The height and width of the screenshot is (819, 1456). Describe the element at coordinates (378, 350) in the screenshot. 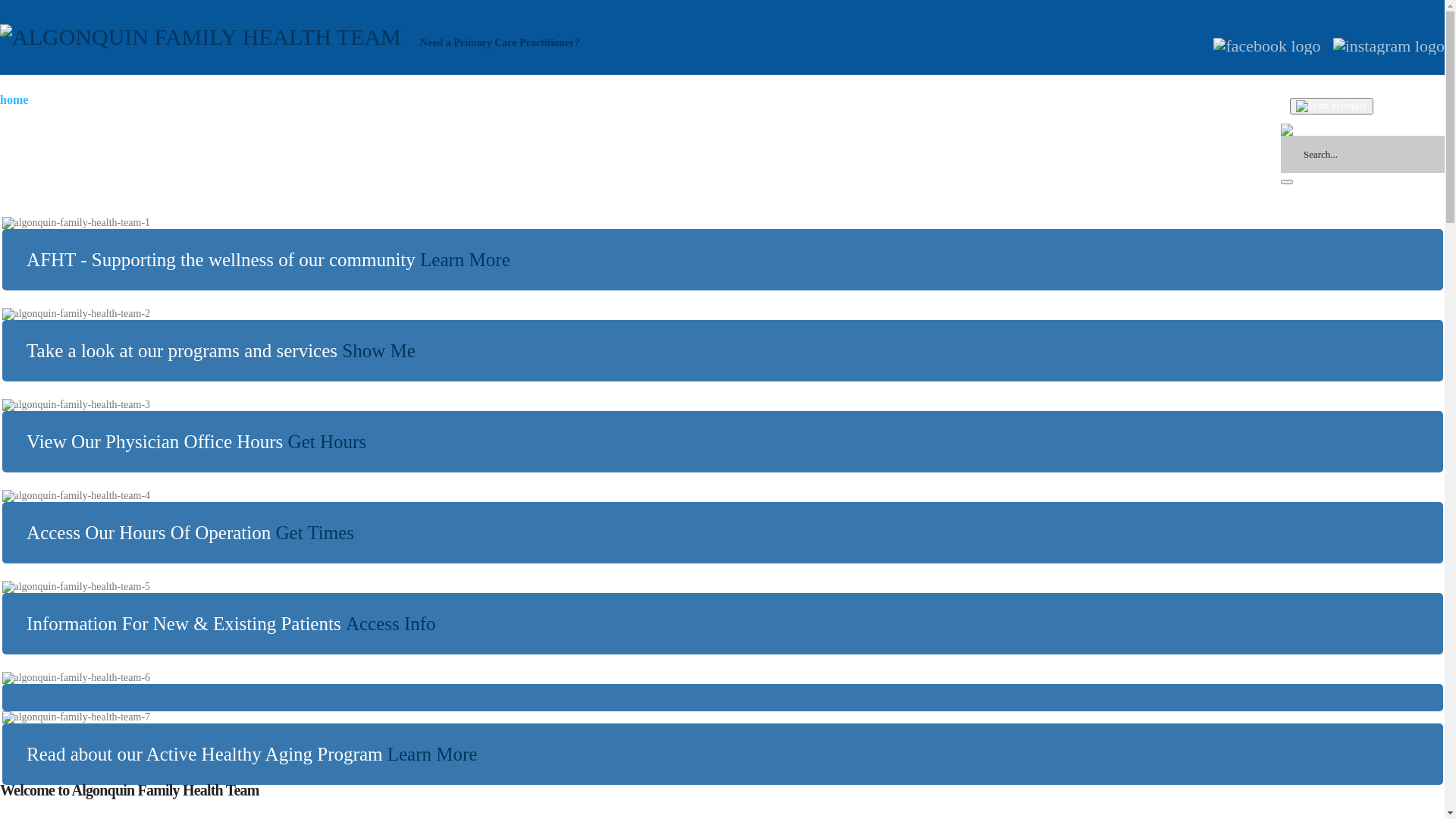

I see `'Link: Programs and Services` at that location.